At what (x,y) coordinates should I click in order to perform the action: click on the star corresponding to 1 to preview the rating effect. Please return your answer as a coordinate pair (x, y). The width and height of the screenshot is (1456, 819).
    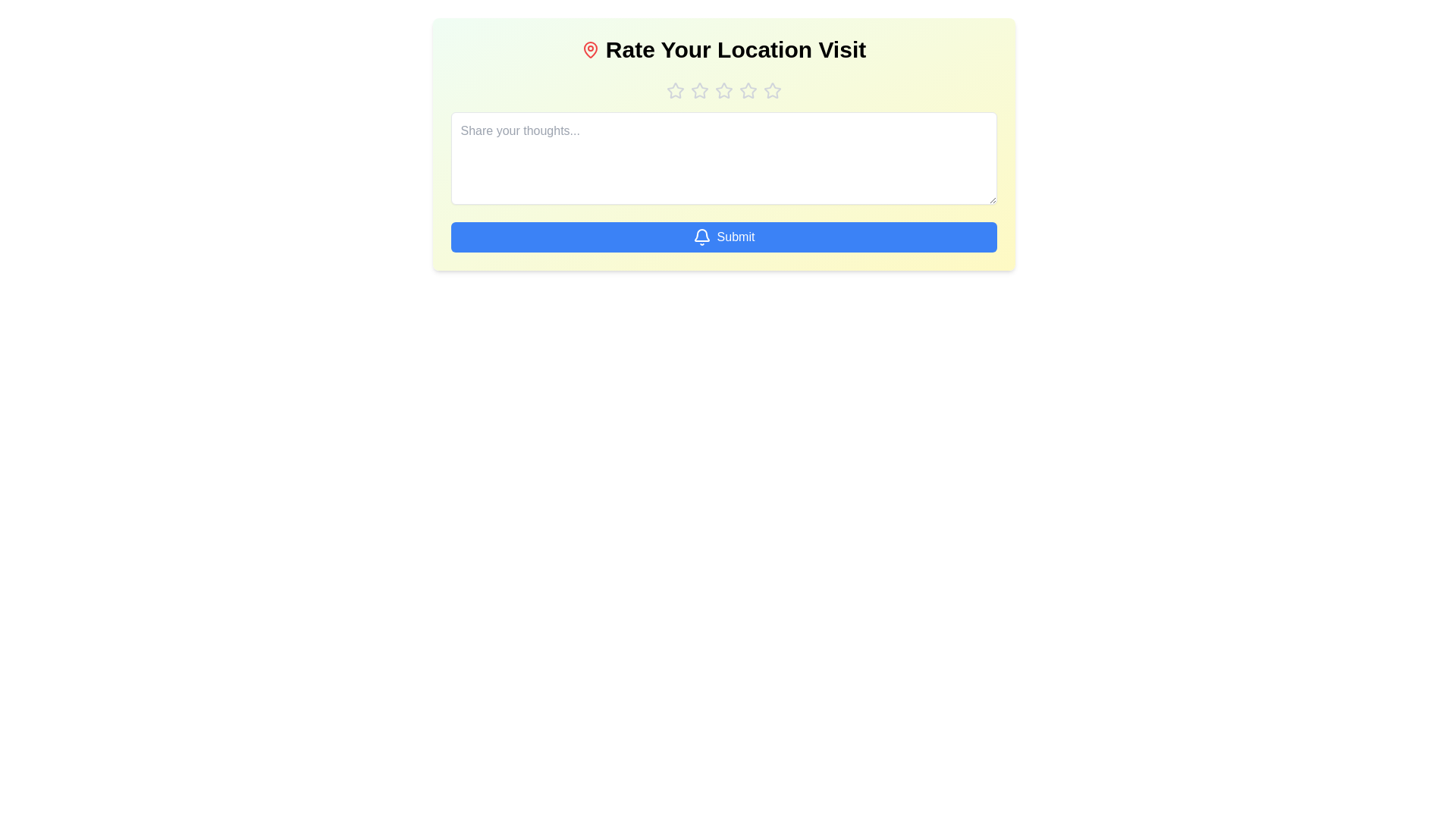
    Looking at the image, I should click on (674, 90).